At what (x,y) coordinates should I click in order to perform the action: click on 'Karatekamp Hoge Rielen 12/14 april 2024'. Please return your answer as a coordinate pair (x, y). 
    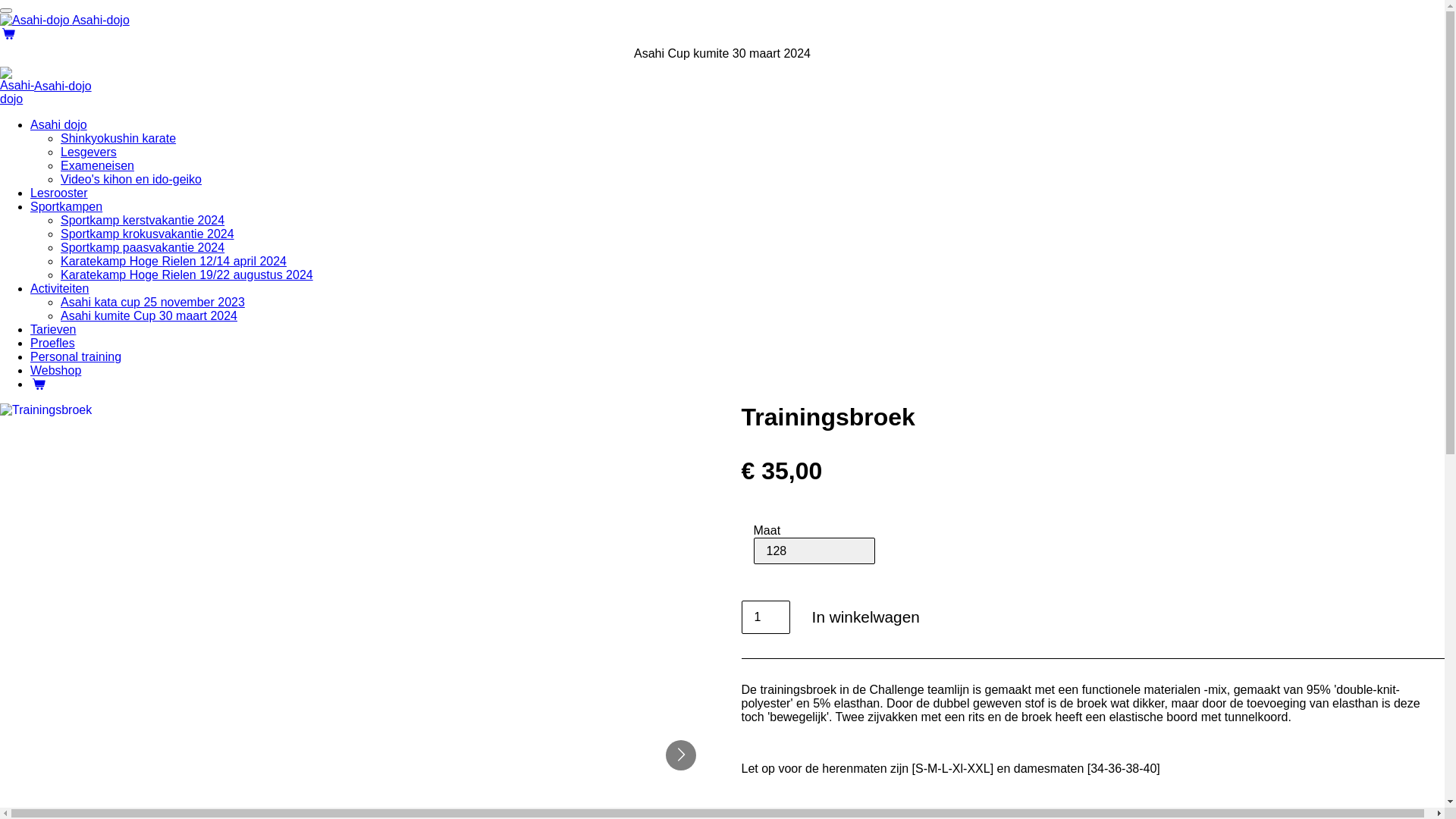
    Looking at the image, I should click on (61, 260).